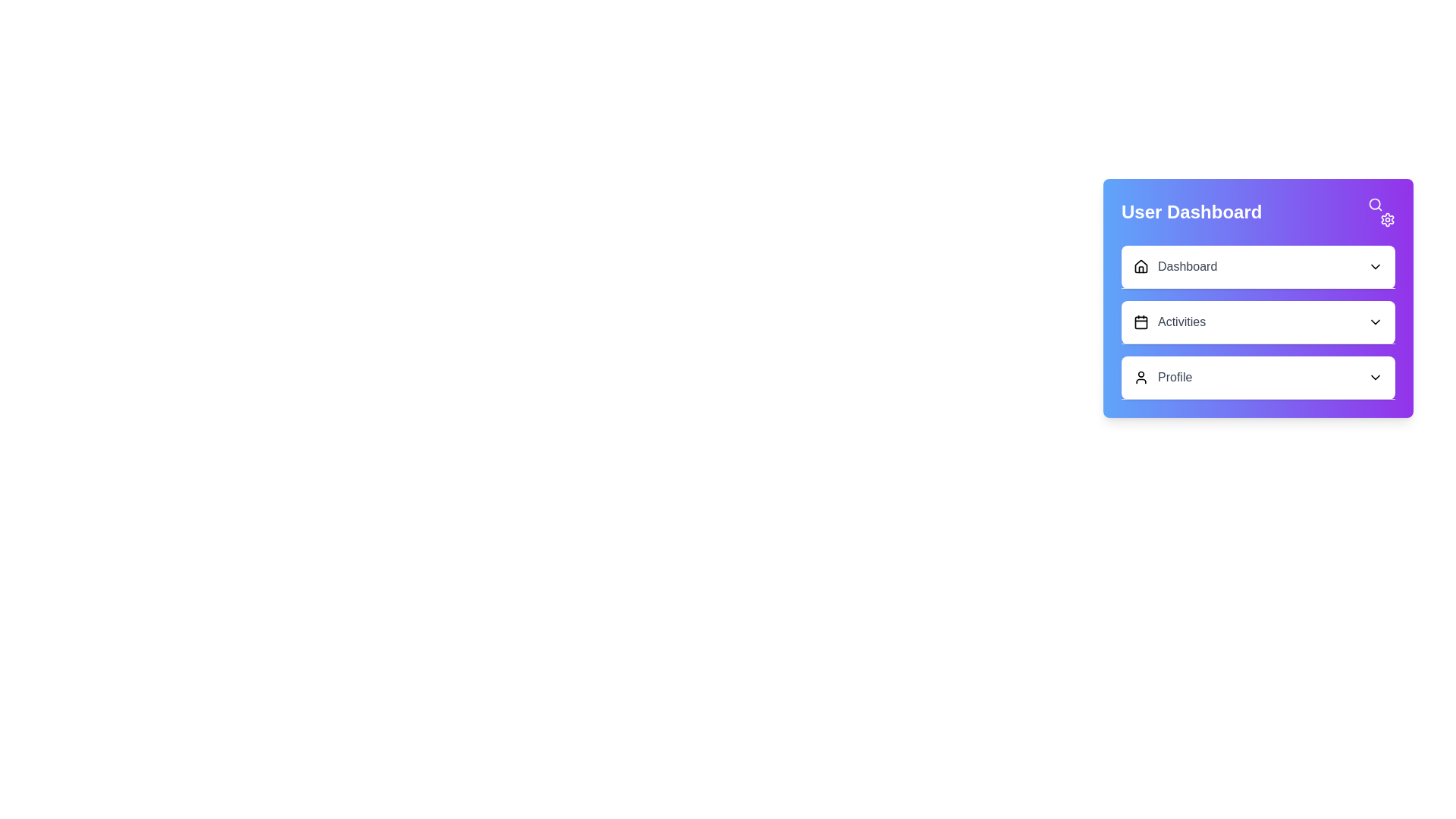 The width and height of the screenshot is (1456, 819). What do you see at coordinates (1258, 377) in the screenshot?
I see `the 'Profile' Dropdown menu` at bounding box center [1258, 377].